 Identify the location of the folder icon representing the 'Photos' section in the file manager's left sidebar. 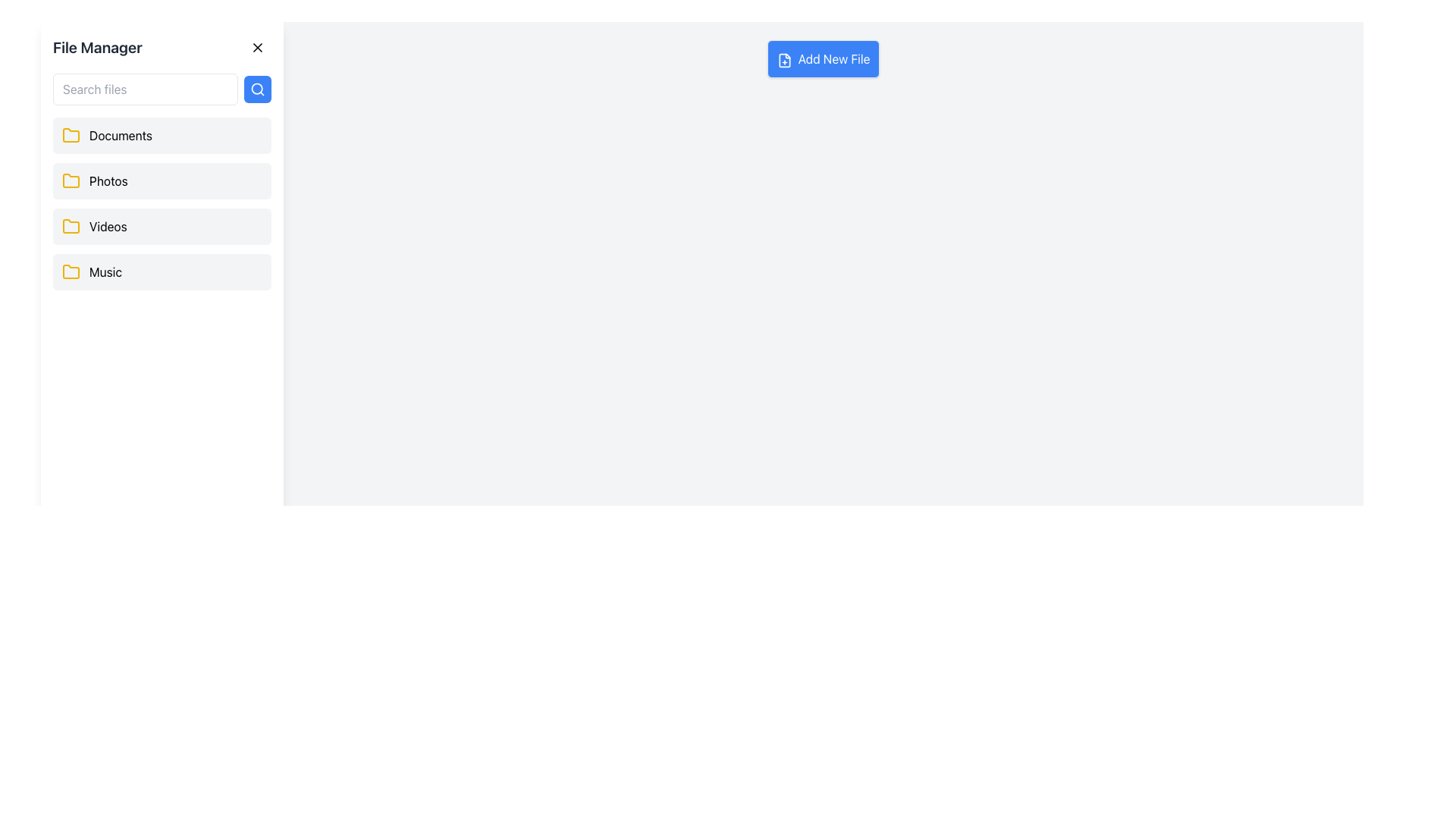
(71, 180).